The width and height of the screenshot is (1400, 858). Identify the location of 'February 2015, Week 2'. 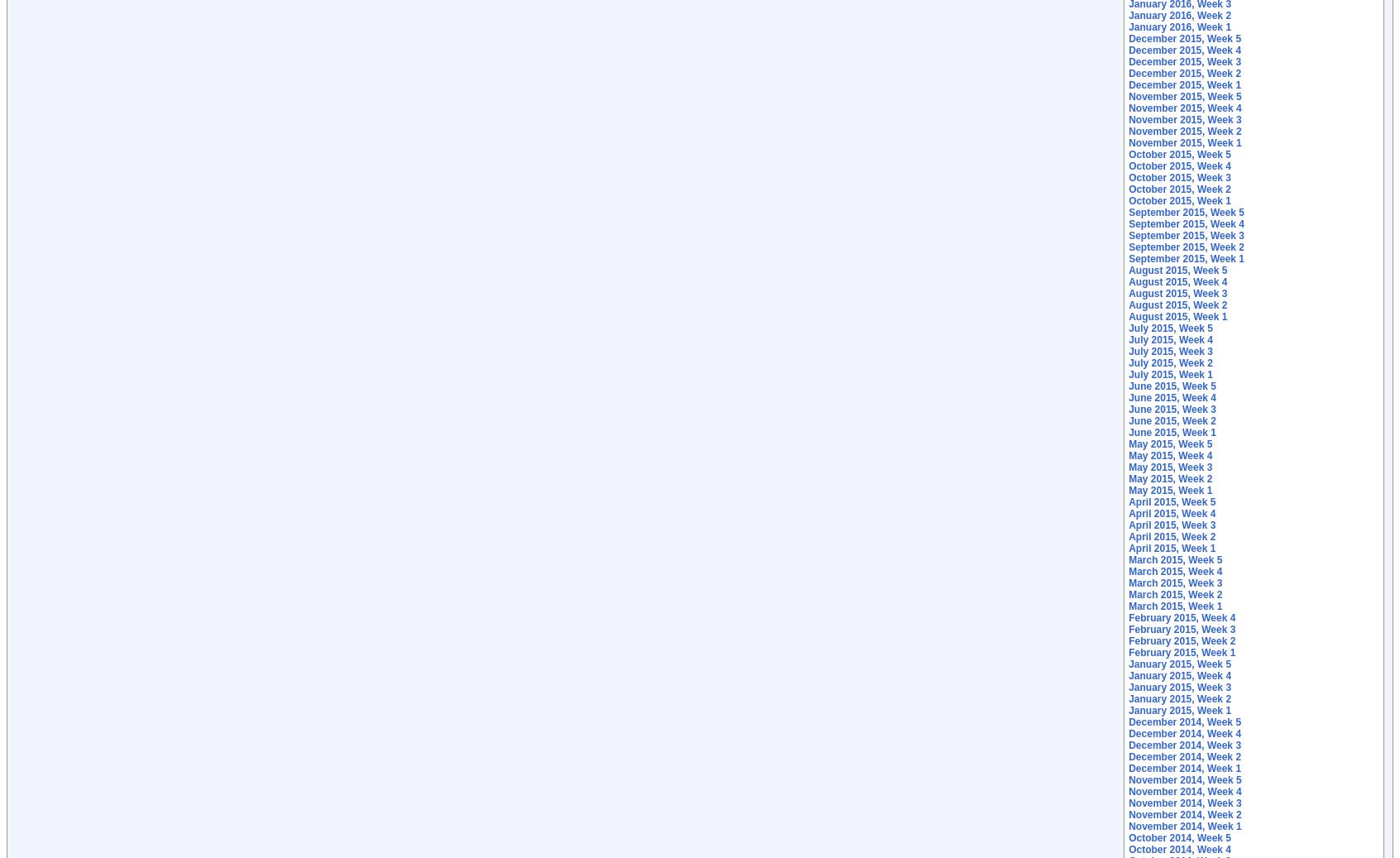
(1181, 640).